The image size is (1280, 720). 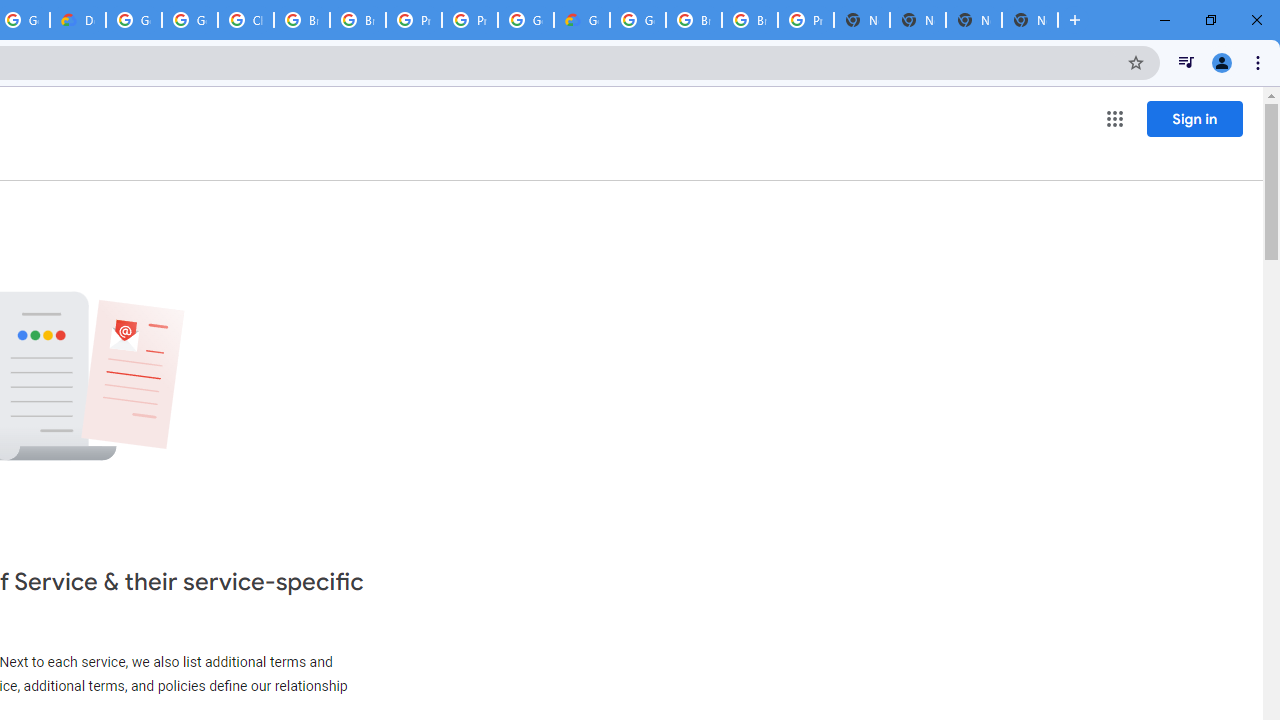 I want to click on 'Google Cloud Estimate Summary', so click(x=581, y=20).